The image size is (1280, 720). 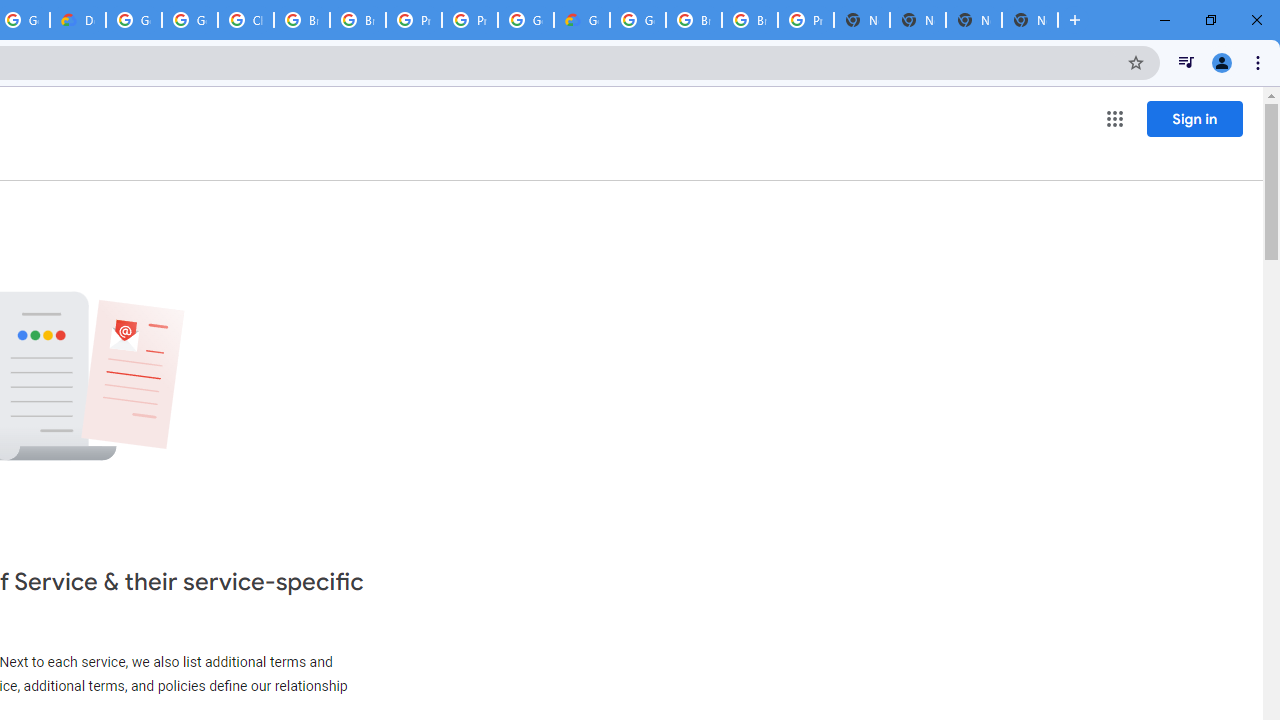 I want to click on 'Google Cloud Estimate Summary', so click(x=581, y=20).